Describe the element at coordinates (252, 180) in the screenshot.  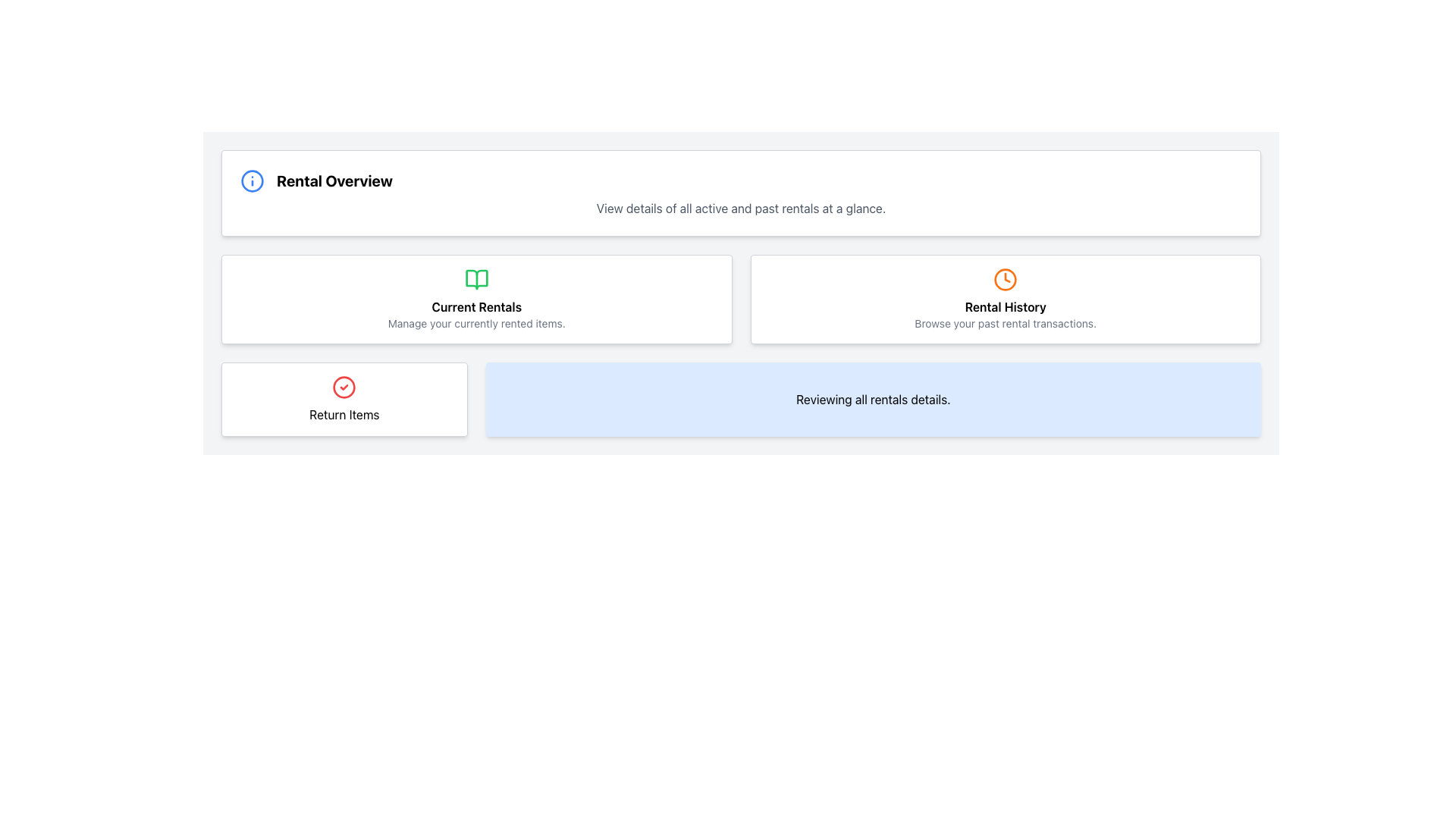
I see `the circular icon located in the top-left corner of the 'Rental Overview' section, which serves as a decorative and functional indicator` at that location.